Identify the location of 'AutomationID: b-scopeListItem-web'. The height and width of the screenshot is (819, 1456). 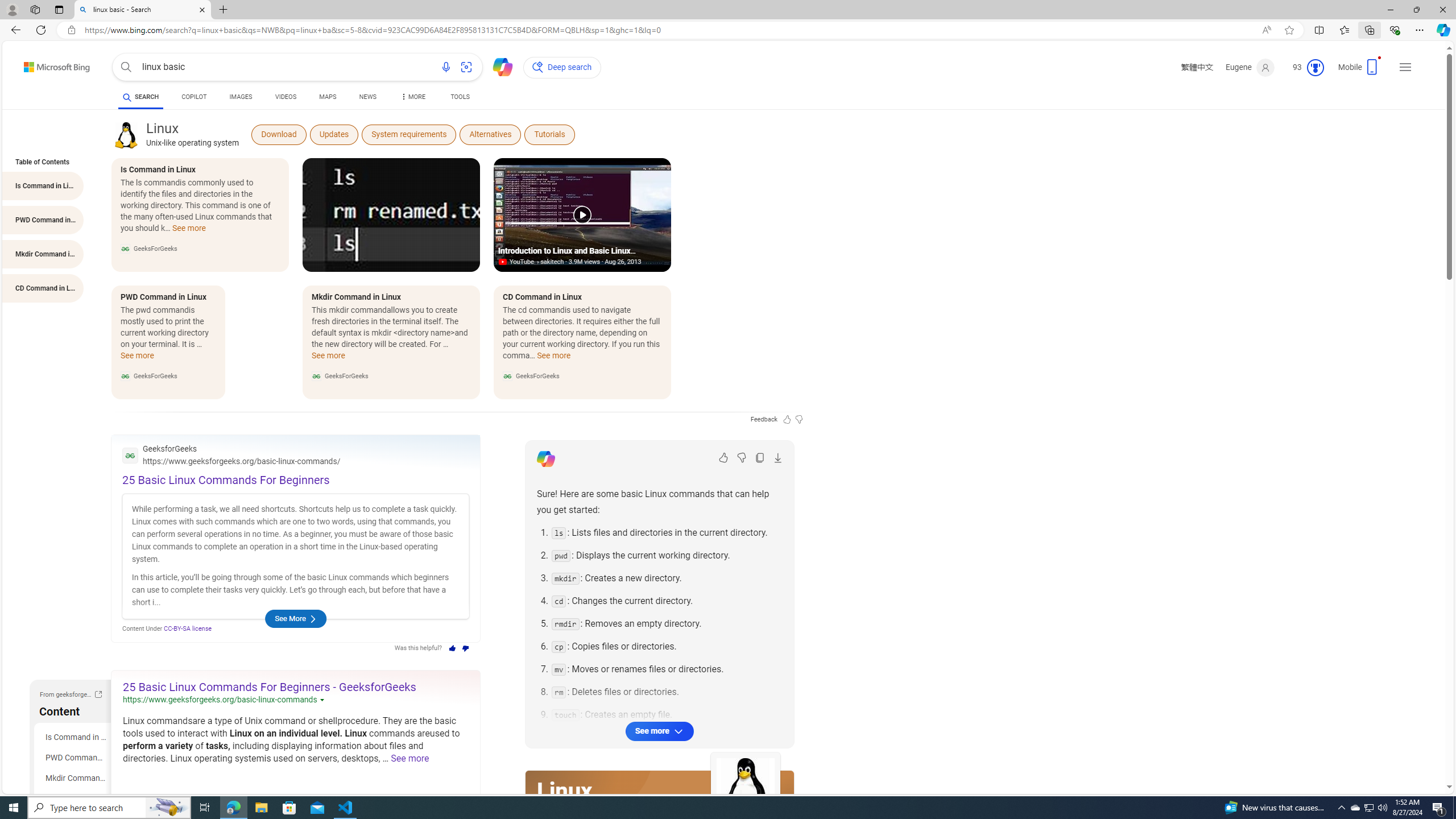
(140, 96).